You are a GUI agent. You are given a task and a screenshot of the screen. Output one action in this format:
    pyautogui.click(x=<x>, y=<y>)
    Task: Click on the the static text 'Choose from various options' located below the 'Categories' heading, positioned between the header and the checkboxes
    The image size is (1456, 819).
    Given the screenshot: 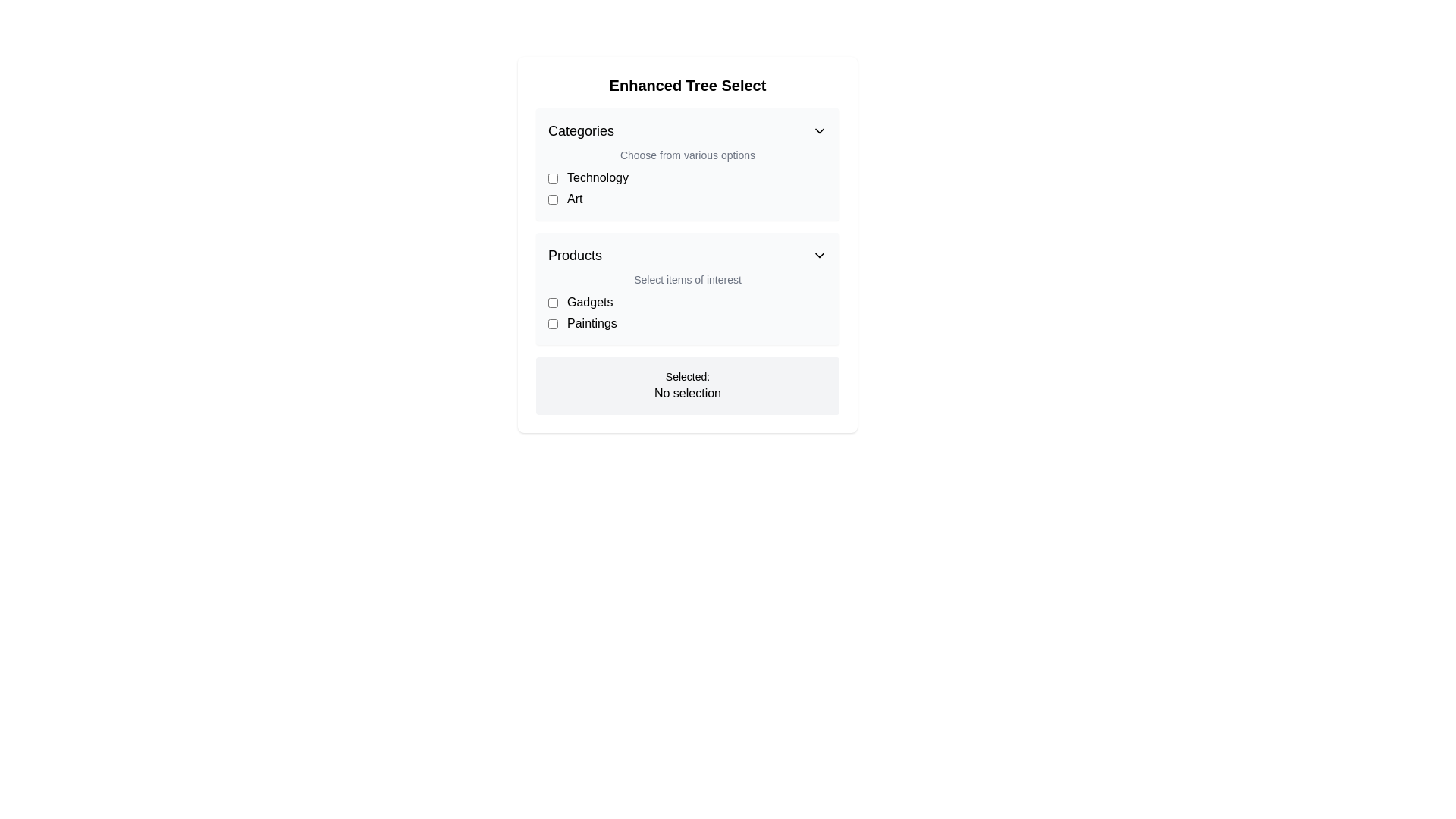 What is the action you would take?
    pyautogui.click(x=687, y=155)
    